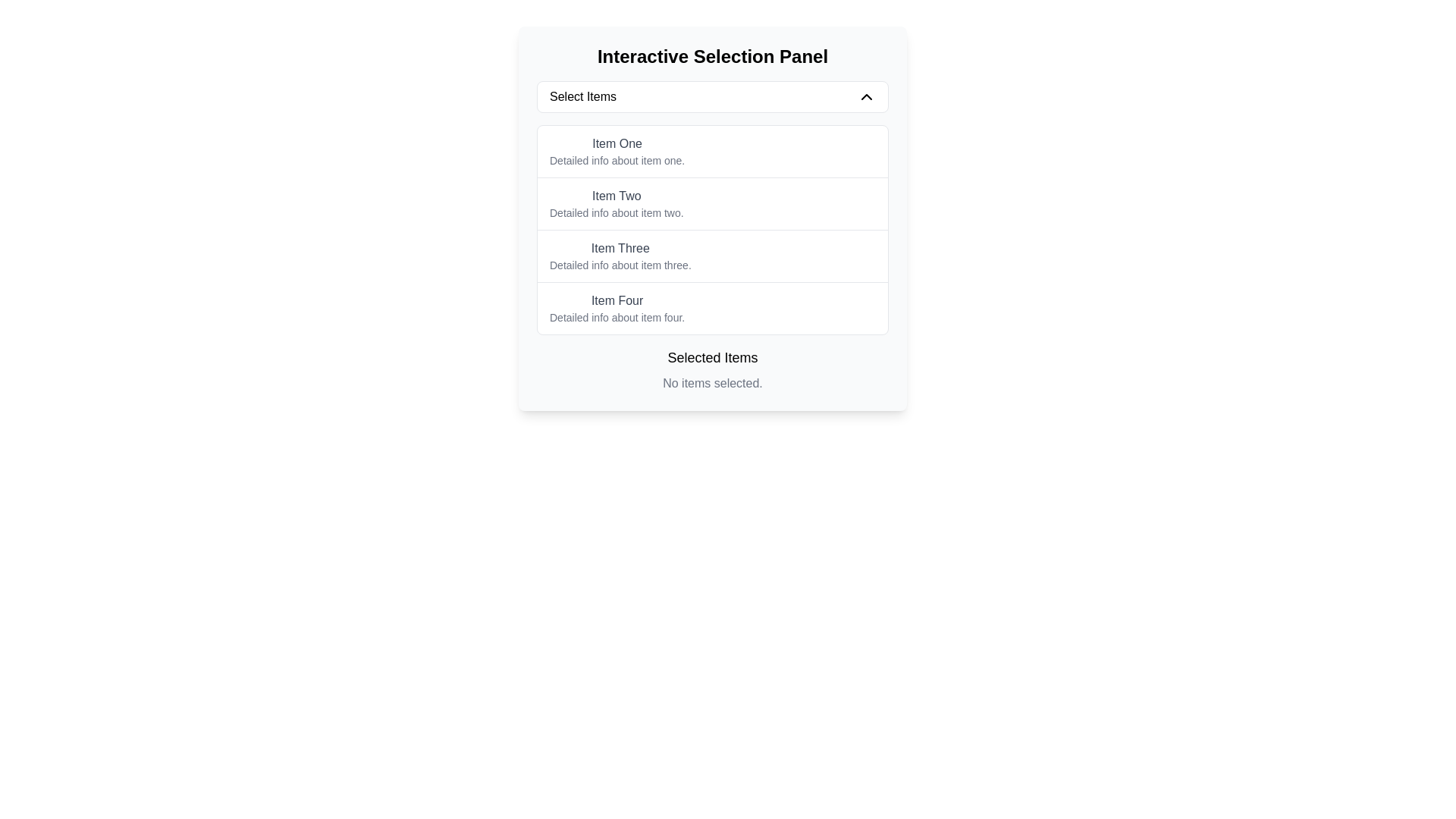 Image resolution: width=1456 pixels, height=819 pixels. What do you see at coordinates (620, 265) in the screenshot?
I see `the descriptive text display for 'Item Three', which provides additional context about the item` at bounding box center [620, 265].